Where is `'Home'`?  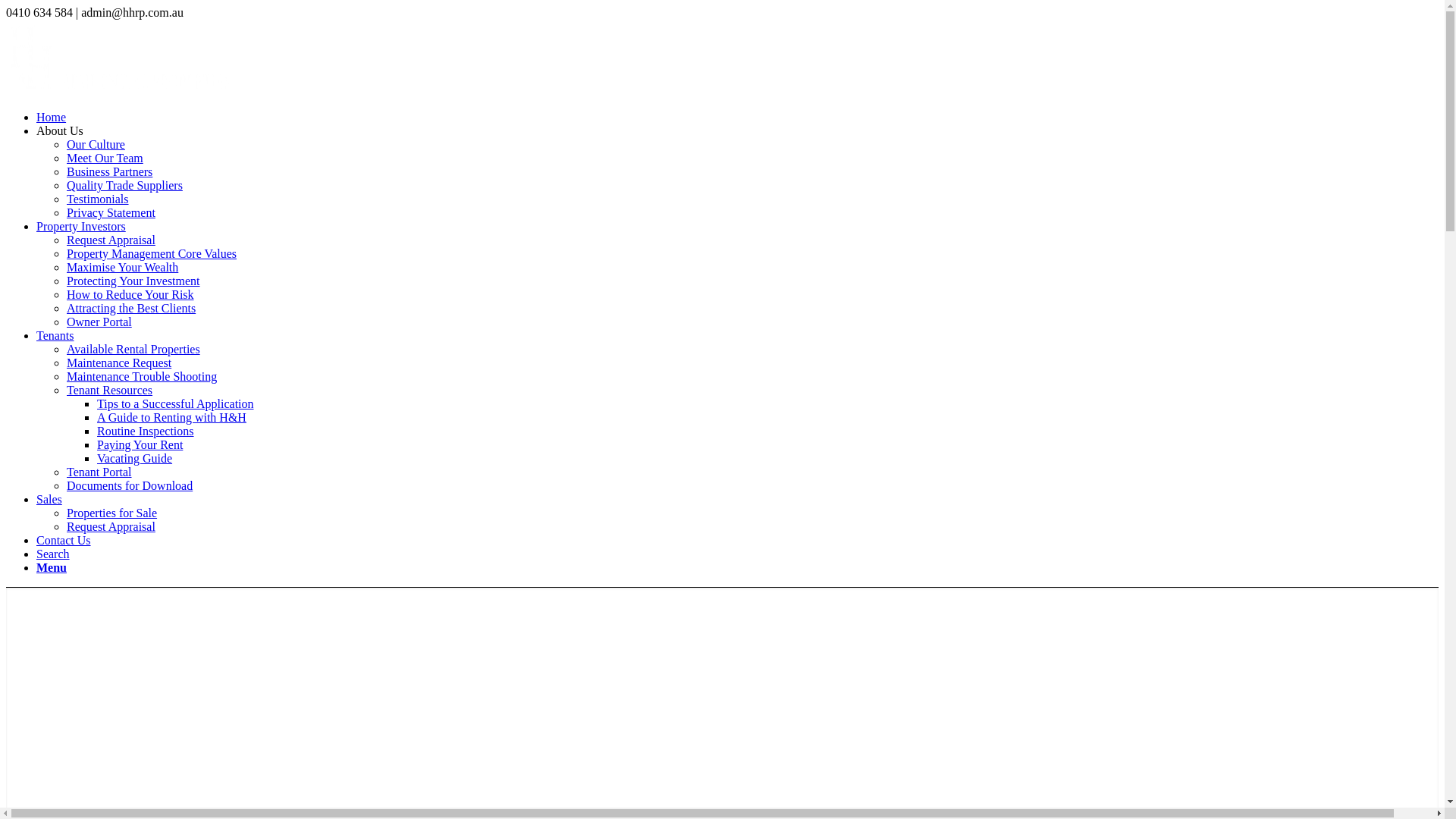
'Home' is located at coordinates (51, 116).